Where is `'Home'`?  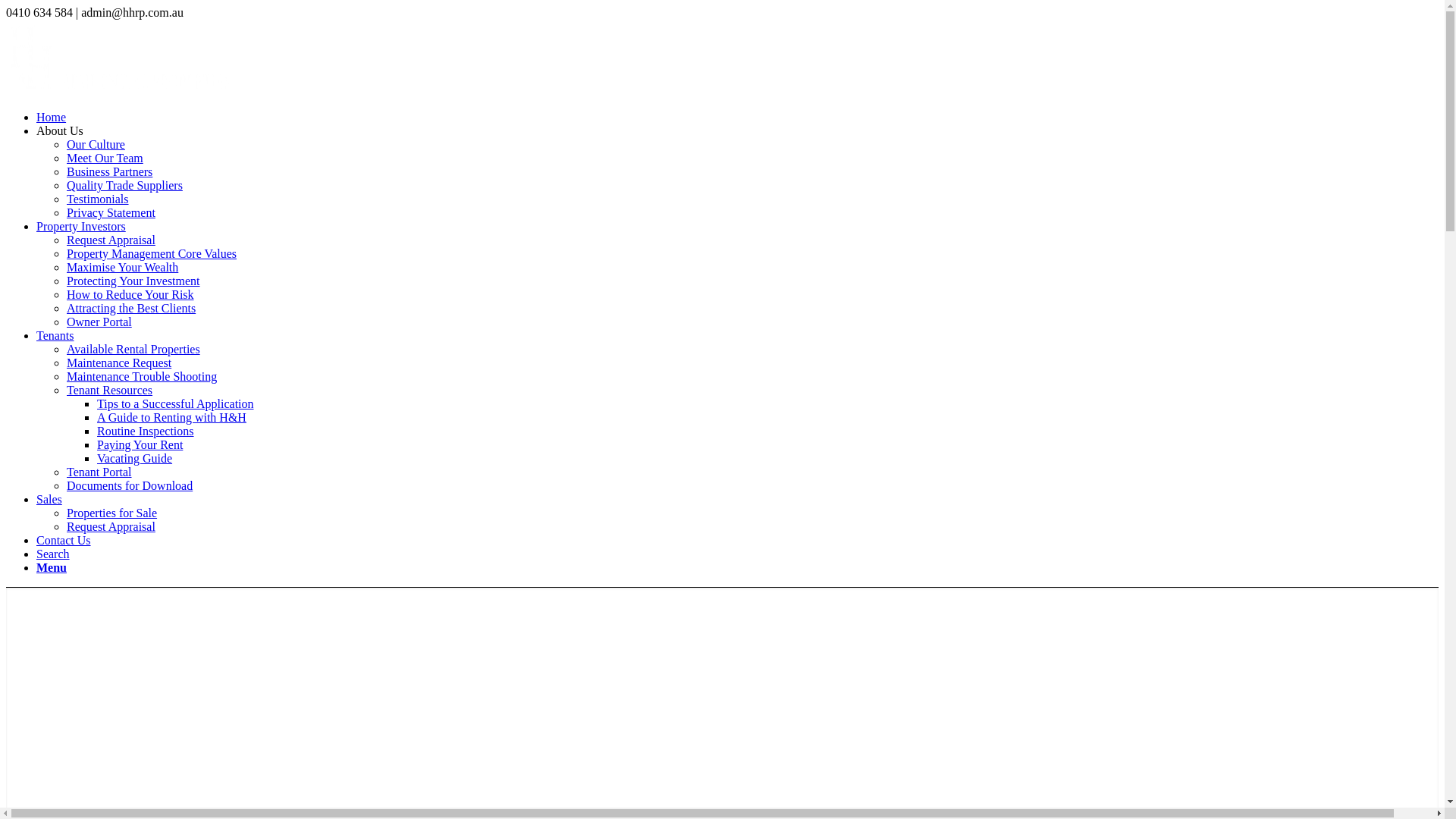
'Home' is located at coordinates (51, 116).